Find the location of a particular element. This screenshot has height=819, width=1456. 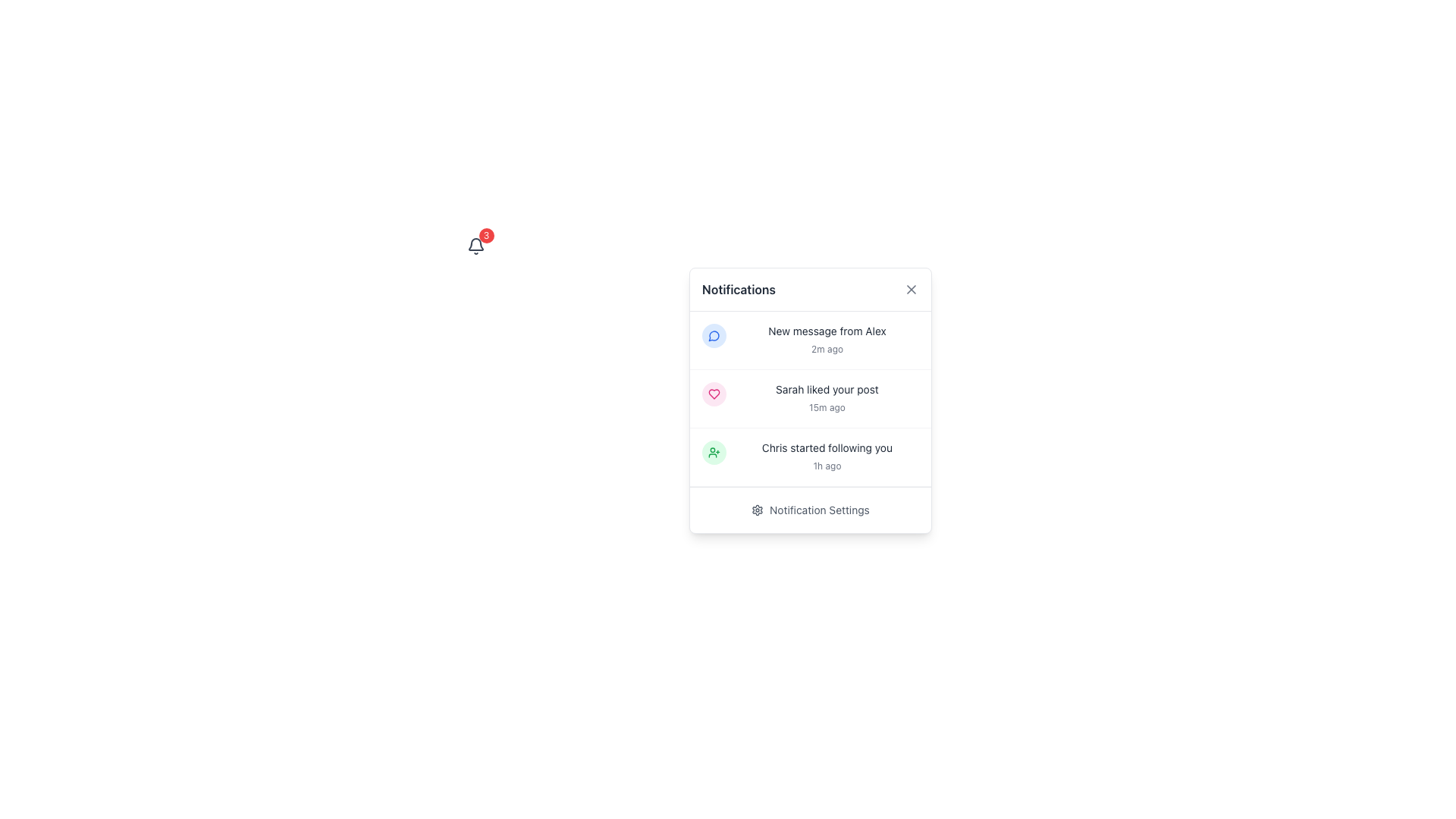

the settings button for notifications located in the bottom section of the notification dropdown by is located at coordinates (810, 510).